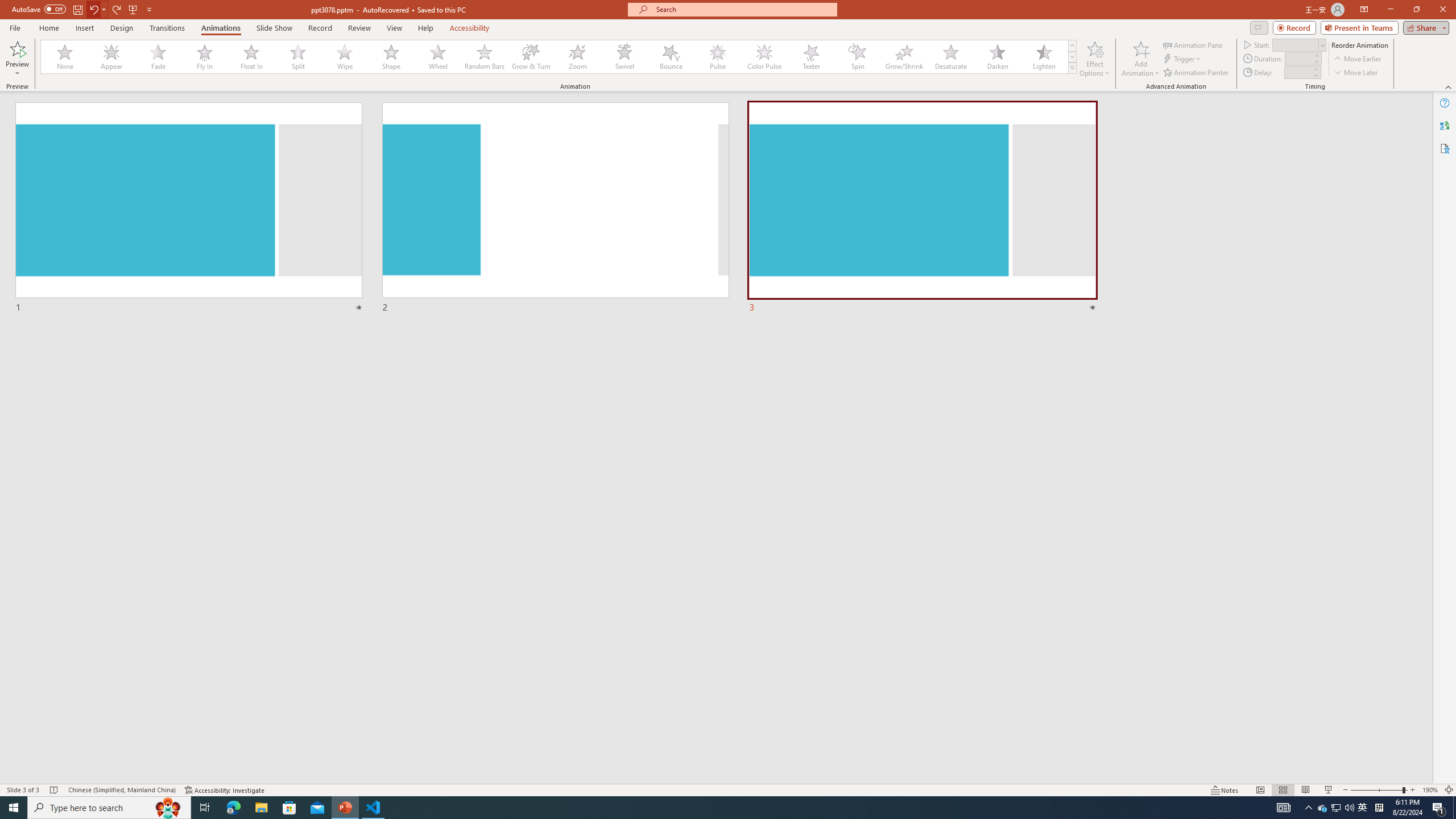 The height and width of the screenshot is (819, 1456). What do you see at coordinates (764, 56) in the screenshot?
I see `'Color Pulse'` at bounding box center [764, 56].